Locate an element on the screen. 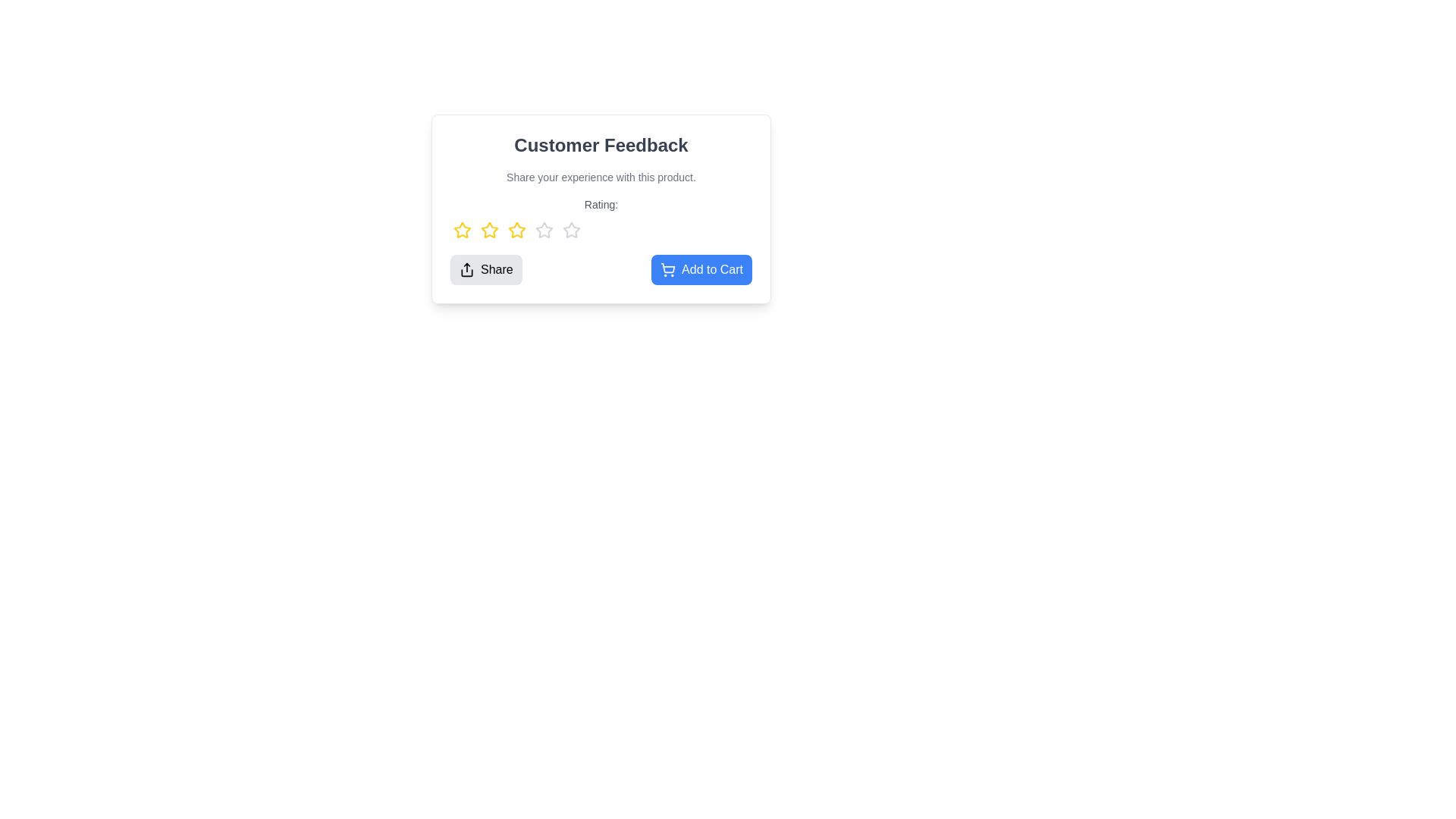  the star corresponding to the desired rating value 5 is located at coordinates (570, 231).